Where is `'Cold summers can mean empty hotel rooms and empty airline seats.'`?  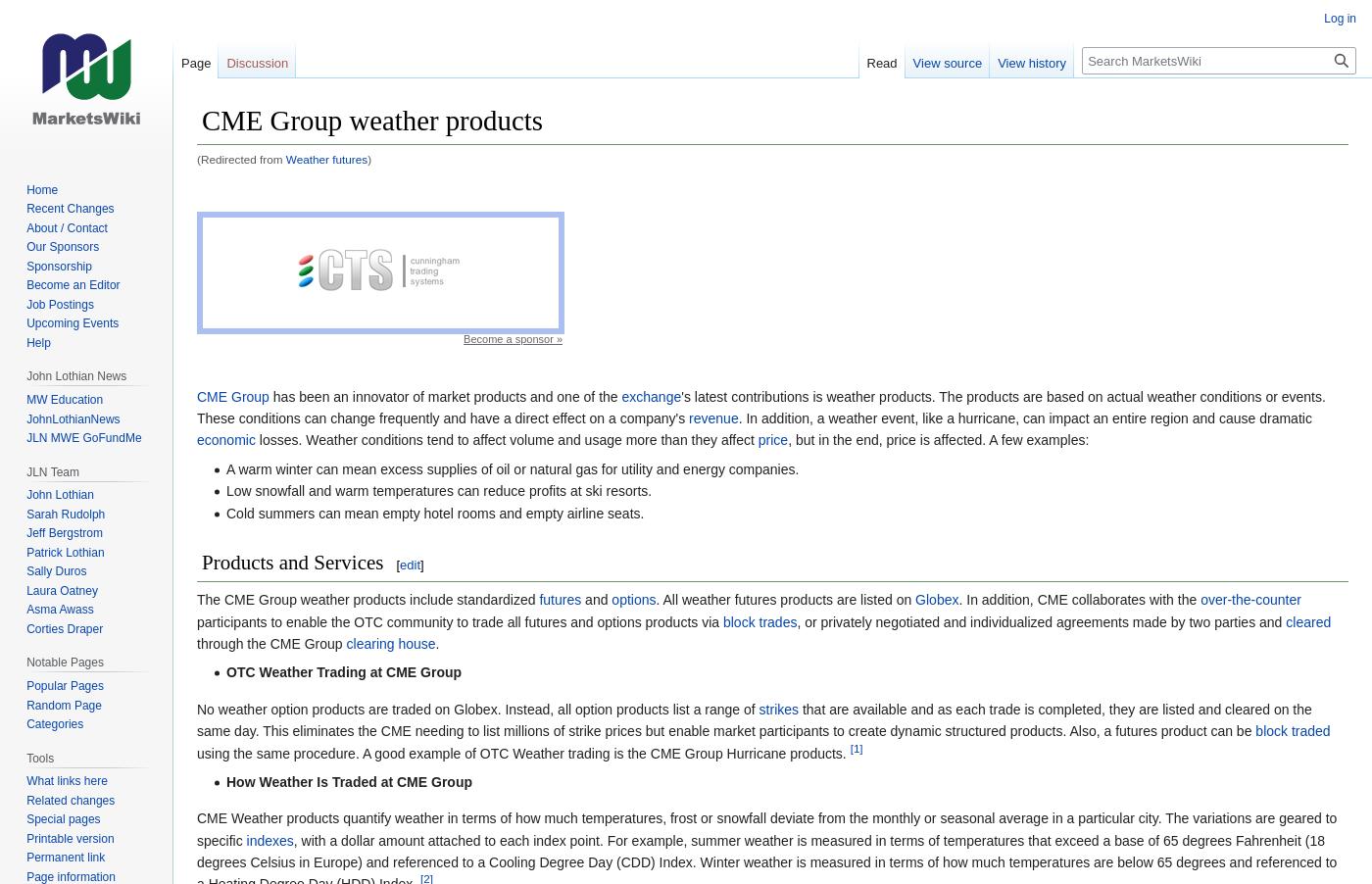
'Cold summers can mean empty hotel rooms and empty airline seats.' is located at coordinates (434, 511).